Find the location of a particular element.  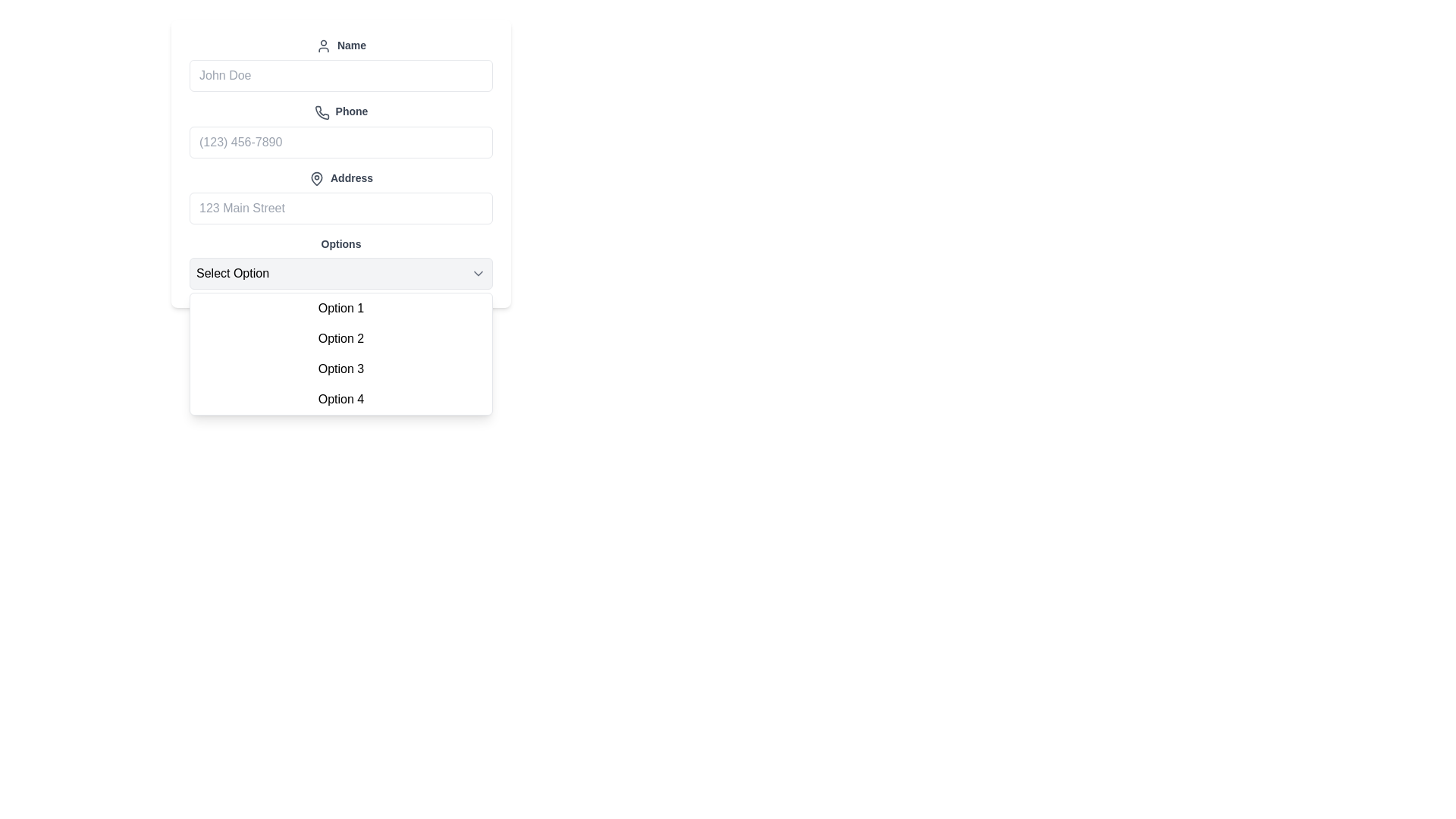

the Label element that serves as a description for the dropdown menu labeled 'Select Option', located above the dropdown within the form is located at coordinates (340, 242).